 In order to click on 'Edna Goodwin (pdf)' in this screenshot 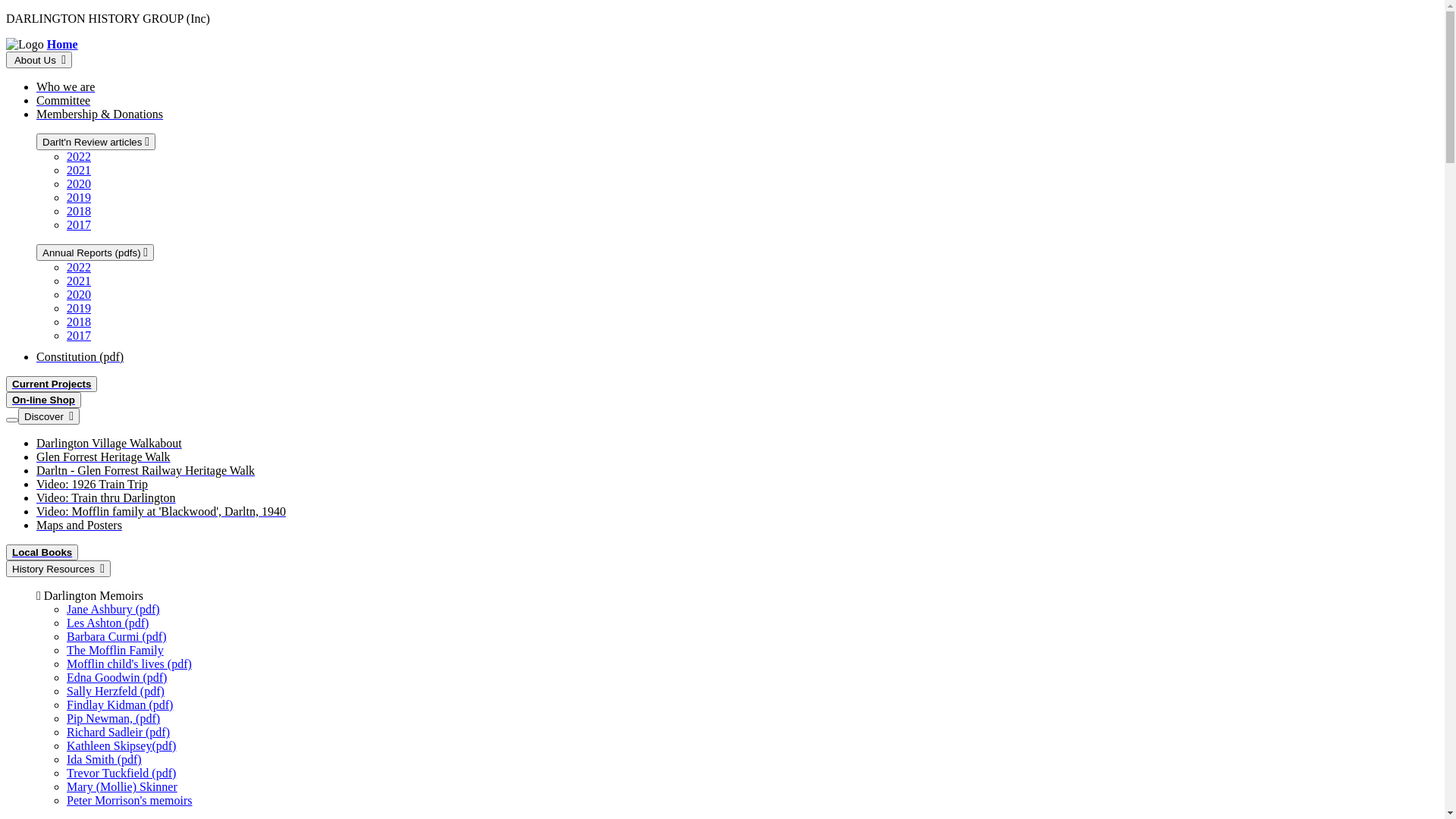, I will do `click(65, 676)`.